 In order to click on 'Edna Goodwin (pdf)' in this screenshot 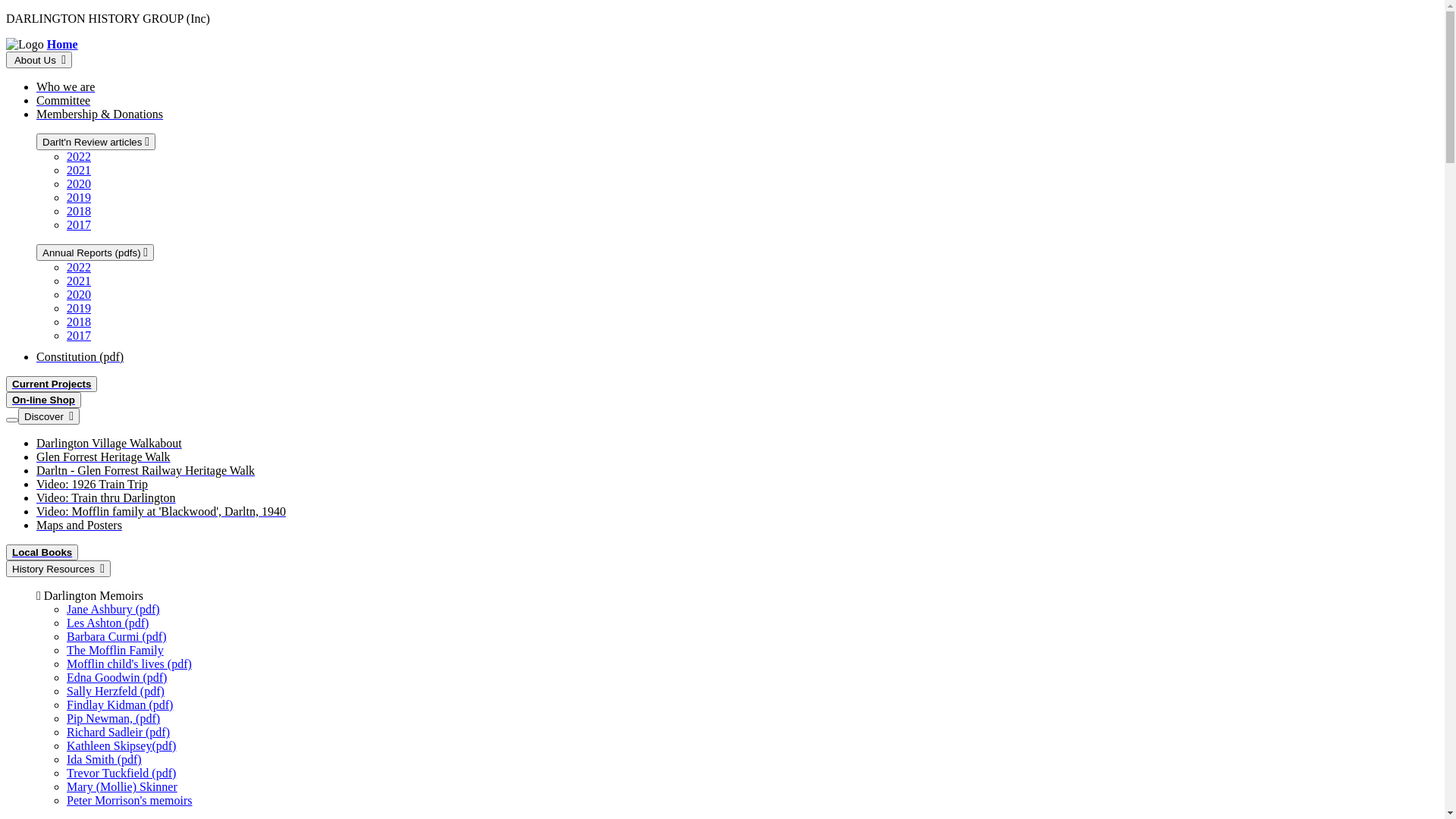, I will do `click(65, 676)`.